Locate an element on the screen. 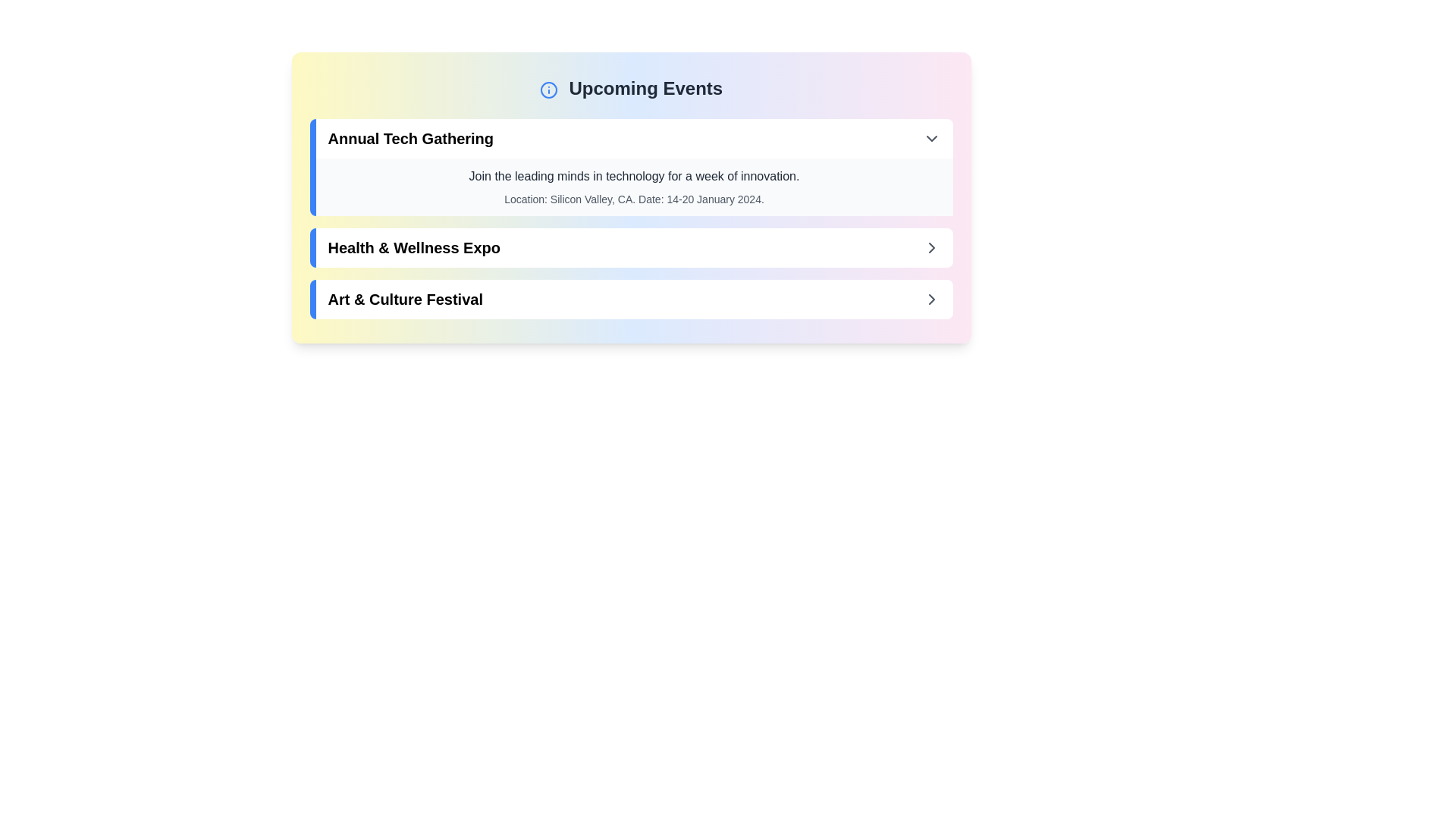 This screenshot has width=1456, height=819. the right-facing Chevron icon in the 'Art & Culture Festival' card is located at coordinates (930, 299).